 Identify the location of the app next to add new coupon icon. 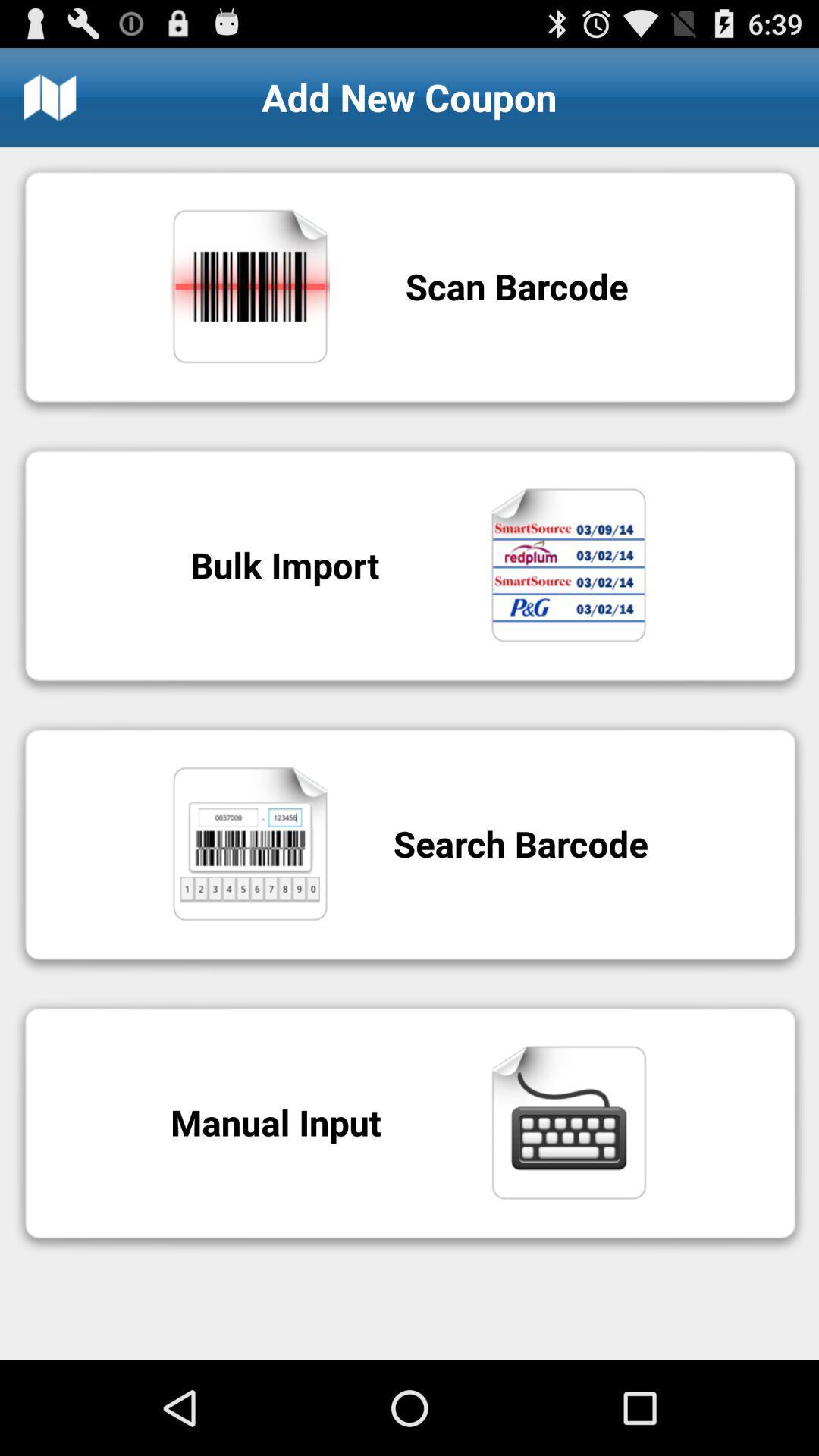
(49, 96).